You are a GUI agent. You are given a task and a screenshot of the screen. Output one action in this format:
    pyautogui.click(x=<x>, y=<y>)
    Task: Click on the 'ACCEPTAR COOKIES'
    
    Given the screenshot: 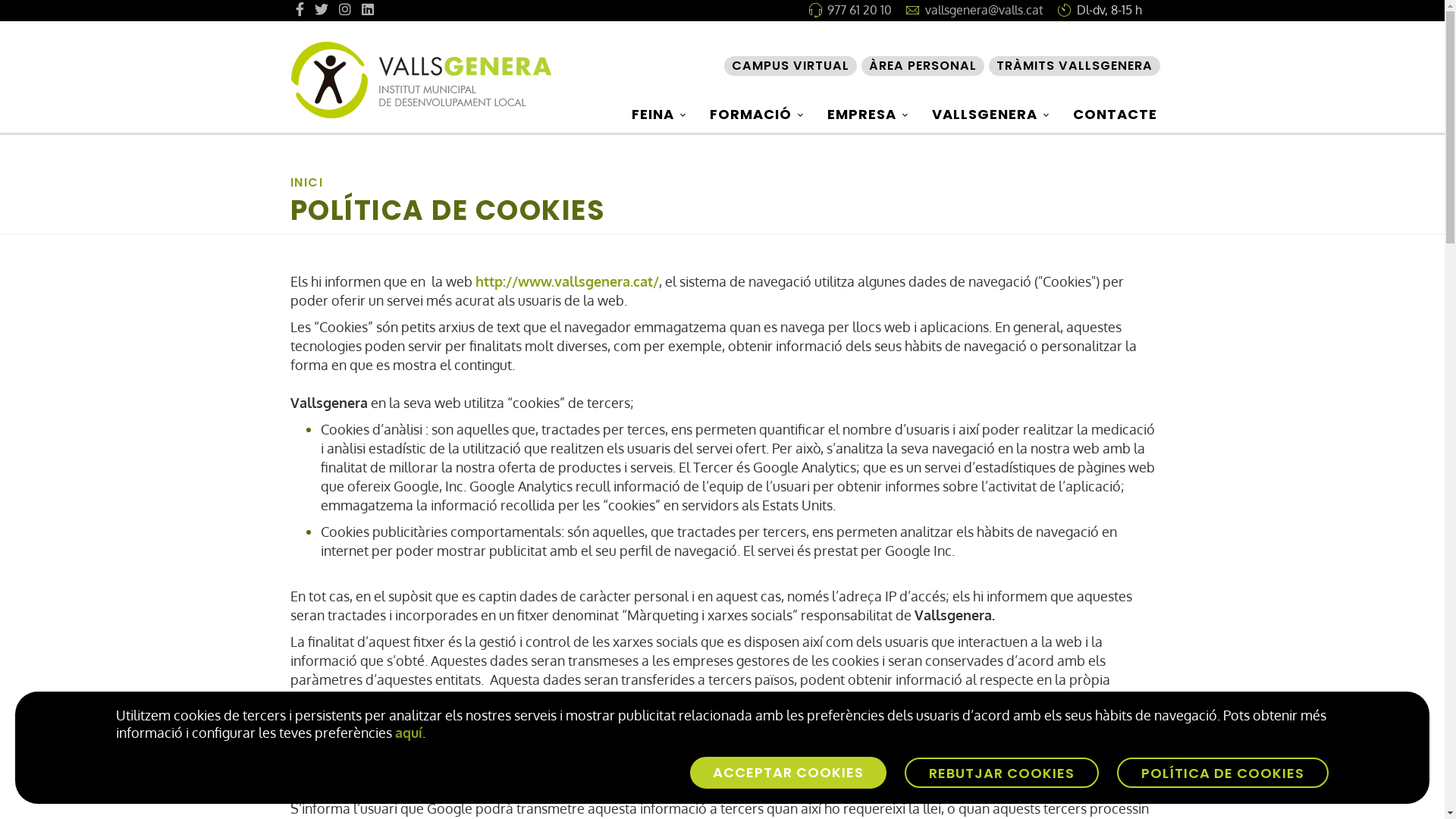 What is the action you would take?
    pyautogui.click(x=788, y=772)
    